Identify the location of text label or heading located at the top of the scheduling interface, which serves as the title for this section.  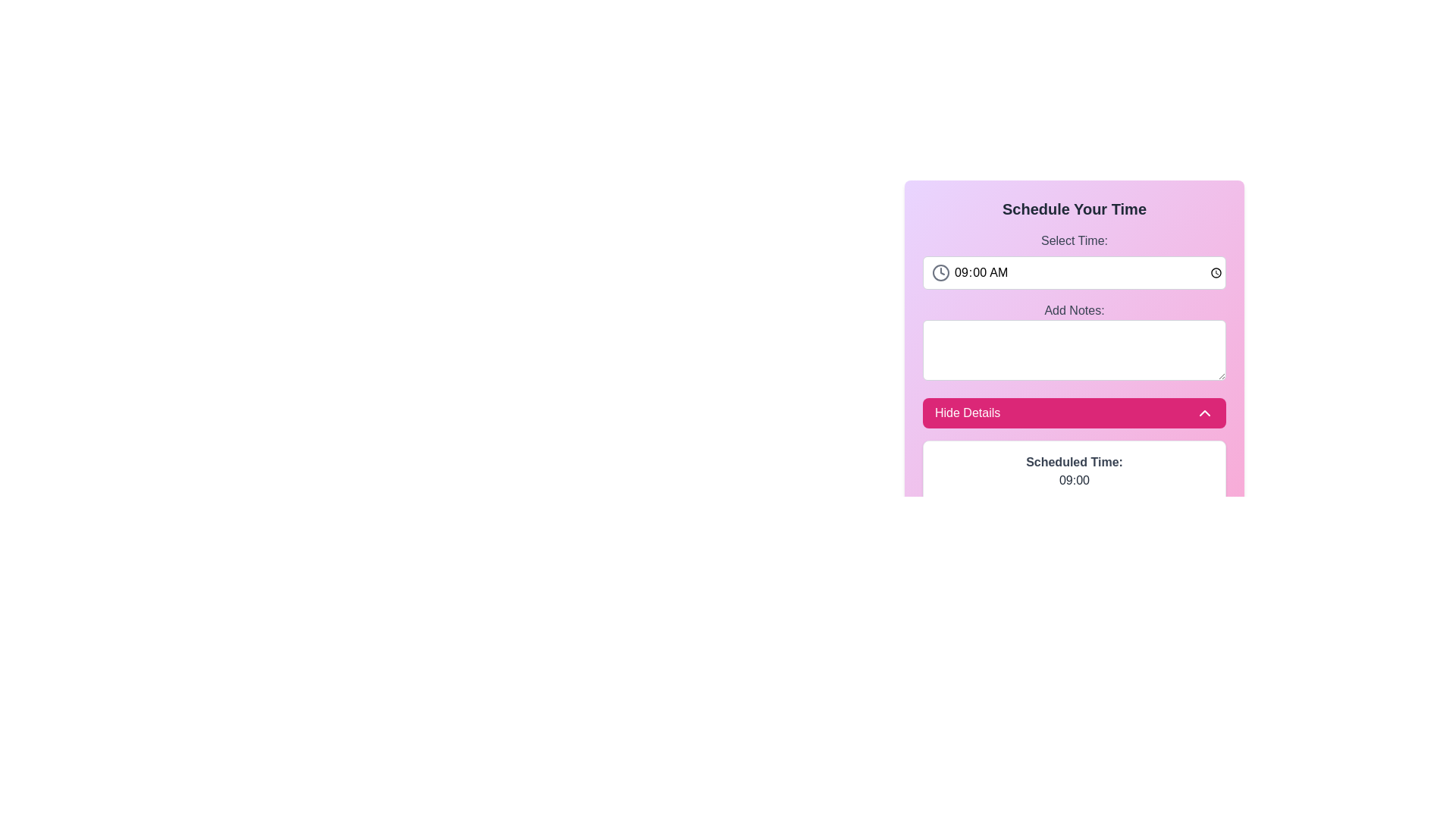
(1073, 209).